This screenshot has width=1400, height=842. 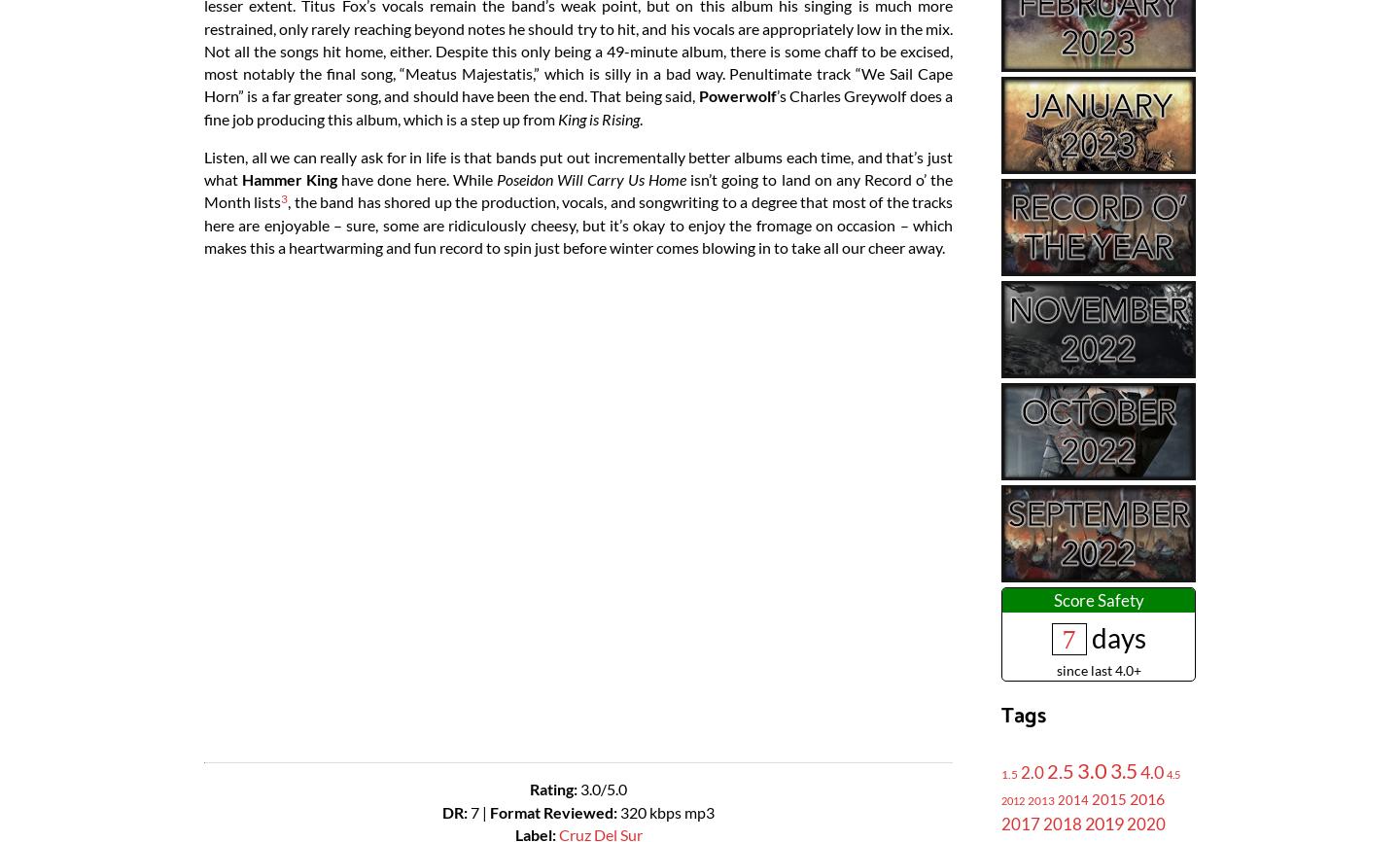 What do you see at coordinates (578, 168) in the screenshot?
I see `'Listen, all we can really ask for in life is that bands put out incrementally better albums each time, and that’s just what'` at bounding box center [578, 168].